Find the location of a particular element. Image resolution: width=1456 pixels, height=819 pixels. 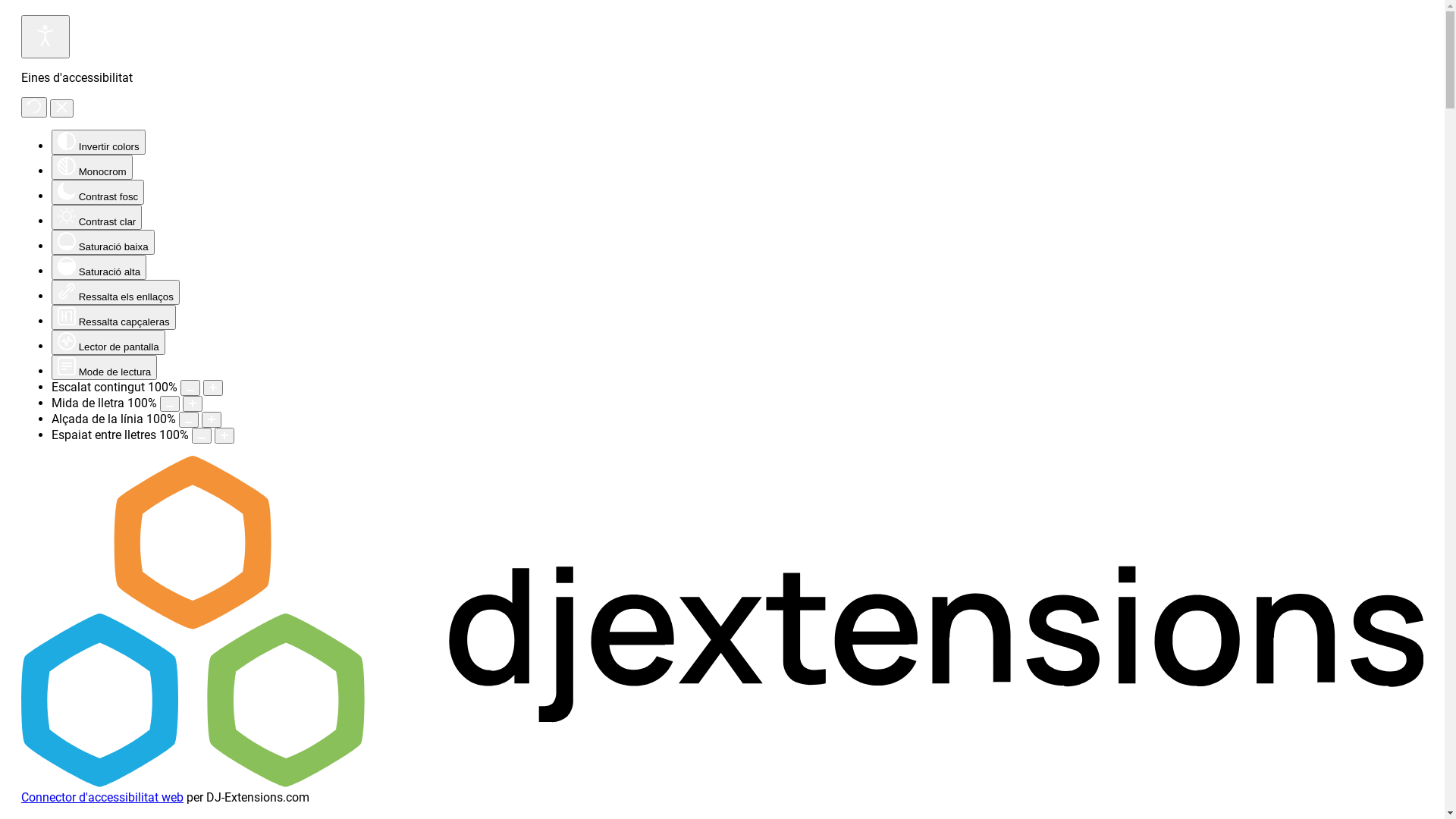

'Contrast clar' is located at coordinates (51, 217).